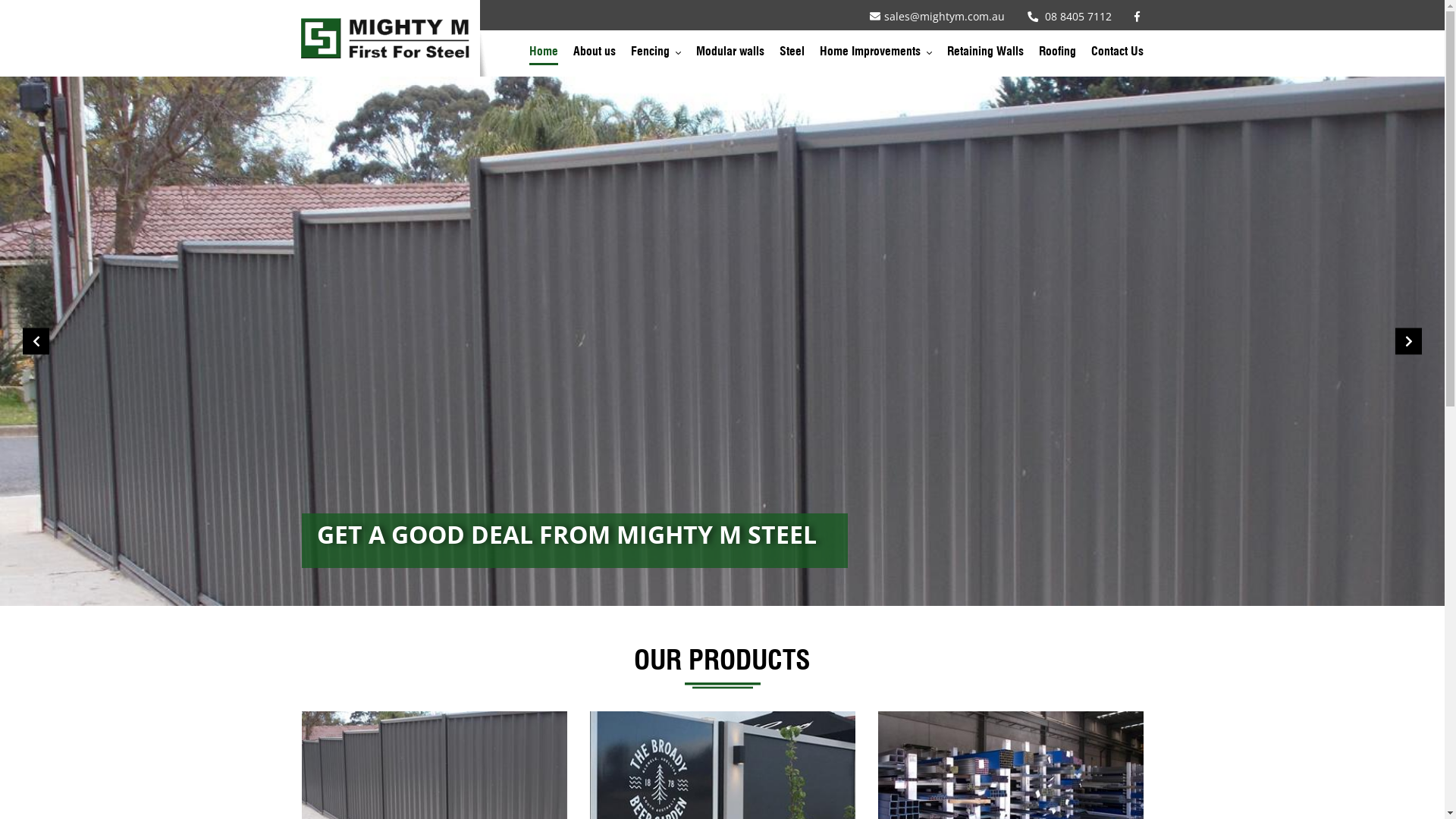  Describe the element at coordinates (1116, 55) in the screenshot. I see `'Contact Us'` at that location.